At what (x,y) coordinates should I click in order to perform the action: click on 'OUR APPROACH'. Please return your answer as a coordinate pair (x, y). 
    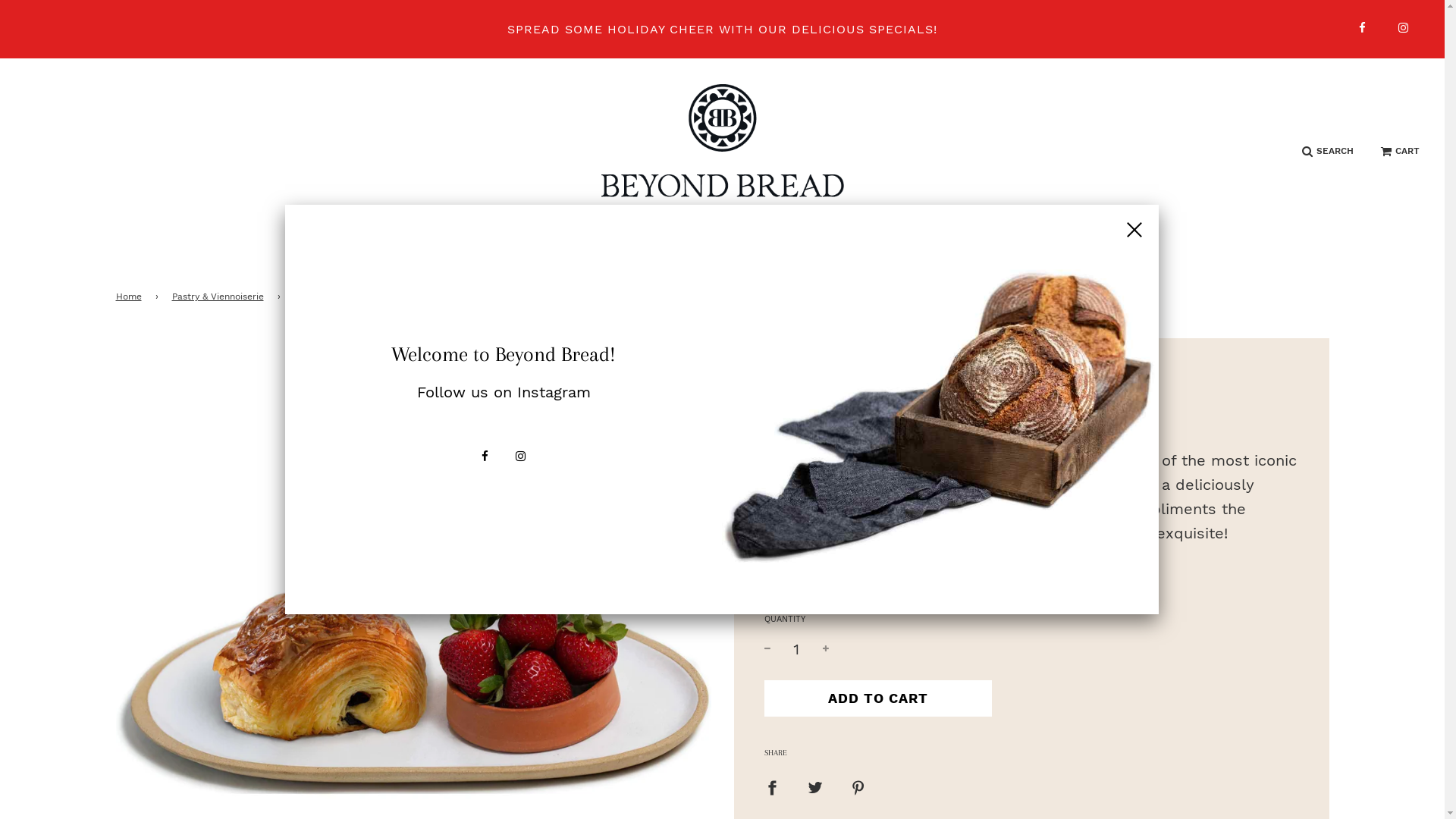
    Looking at the image, I should click on (952, 252).